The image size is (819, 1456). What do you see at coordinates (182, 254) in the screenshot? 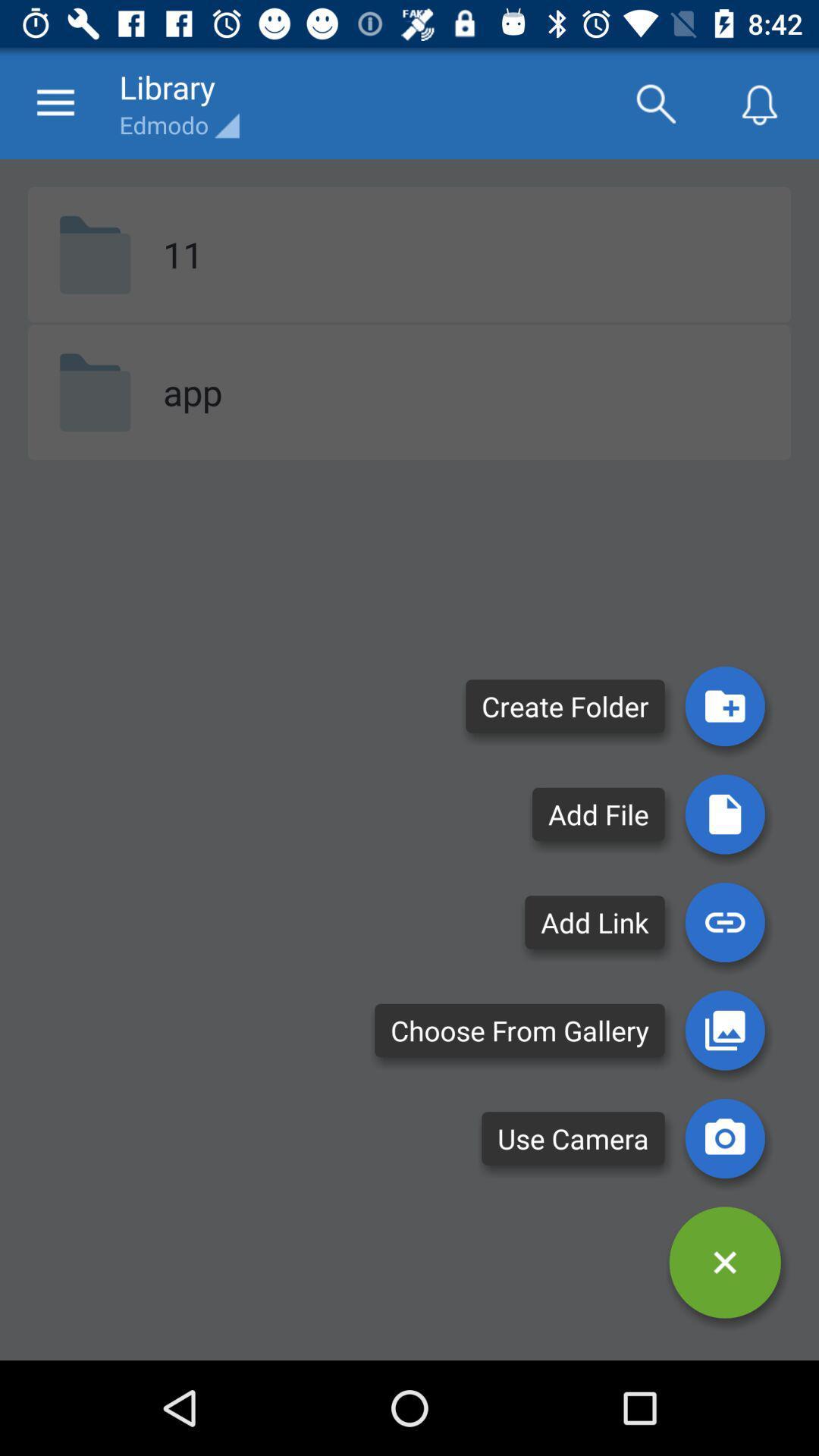
I see `the 11` at bounding box center [182, 254].